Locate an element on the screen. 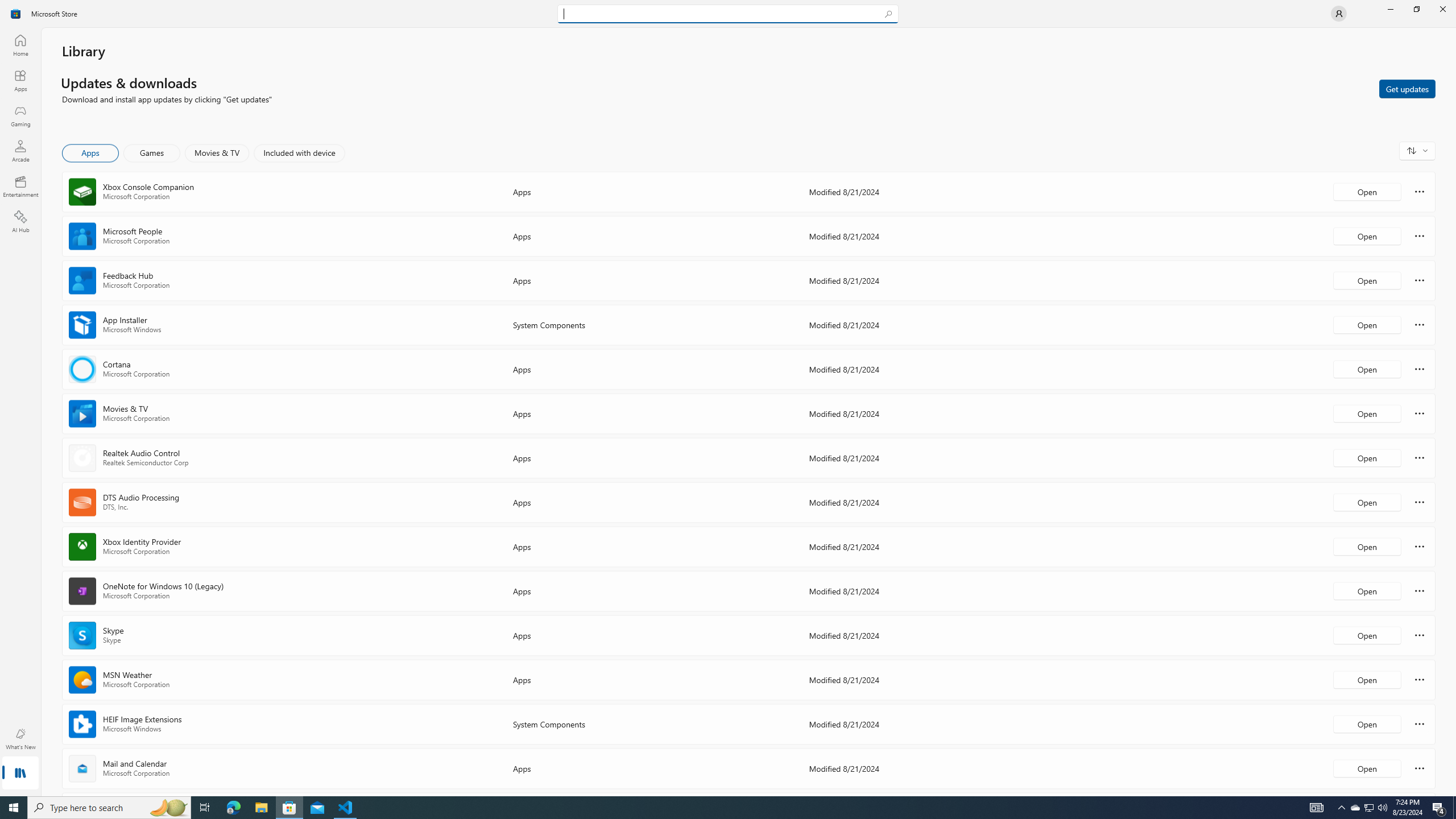 Image resolution: width=1456 pixels, height=819 pixels. 'Search' is located at coordinates (728, 13).